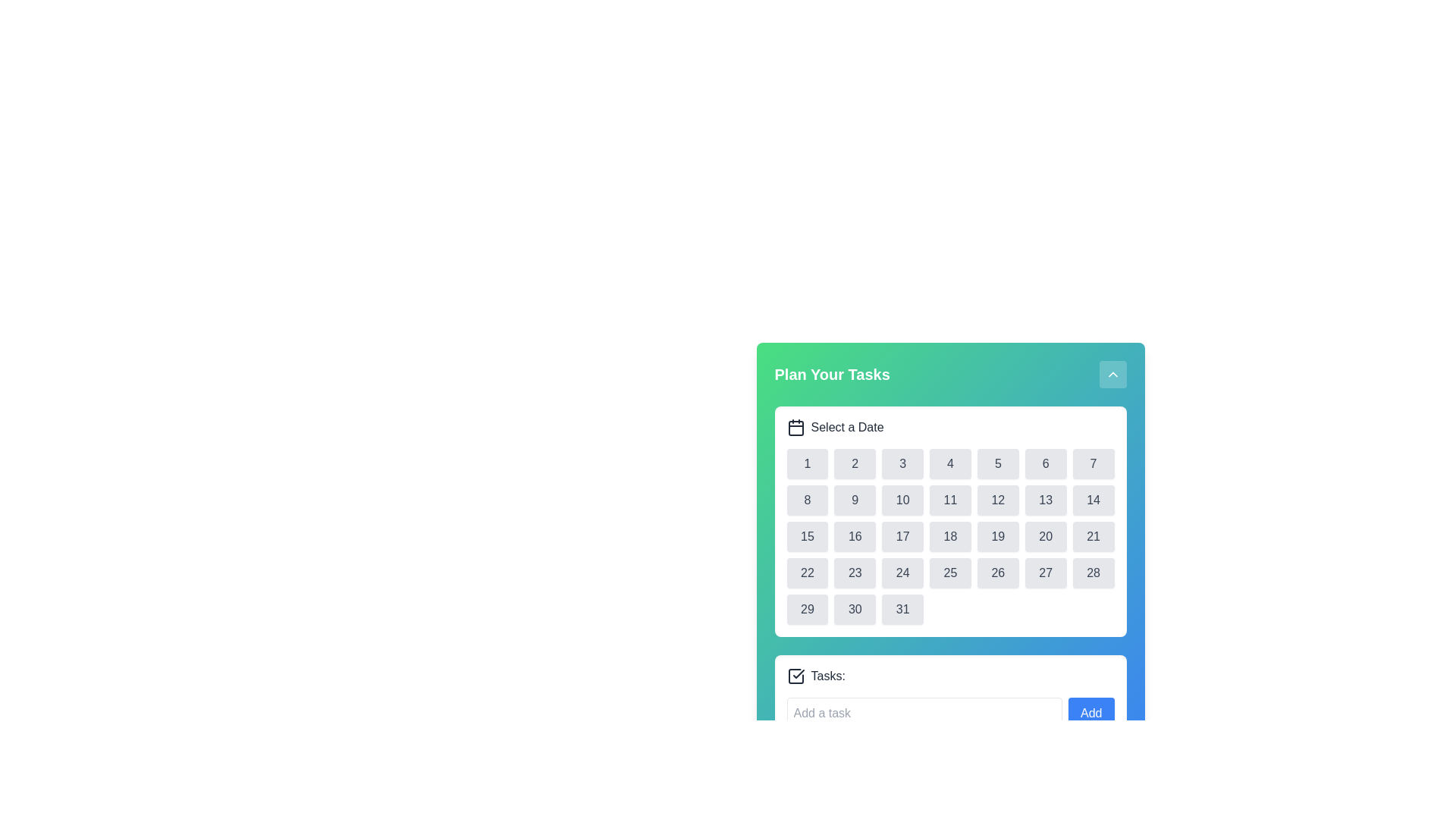 The image size is (1456, 819). What do you see at coordinates (902, 573) in the screenshot?
I see `the date button '24' in the calendar view` at bounding box center [902, 573].